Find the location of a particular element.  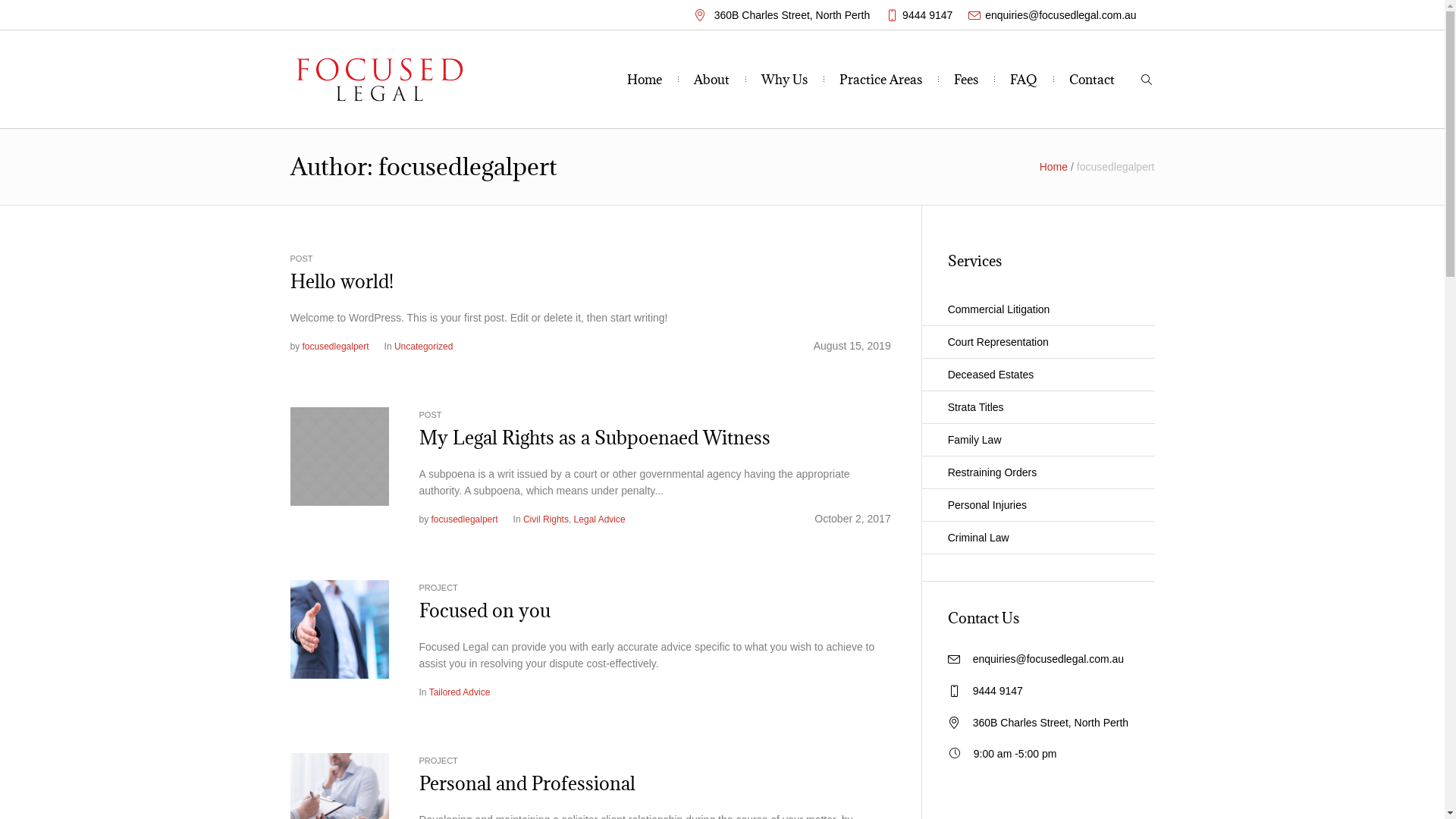

'Strata Titles' is located at coordinates (1037, 406).